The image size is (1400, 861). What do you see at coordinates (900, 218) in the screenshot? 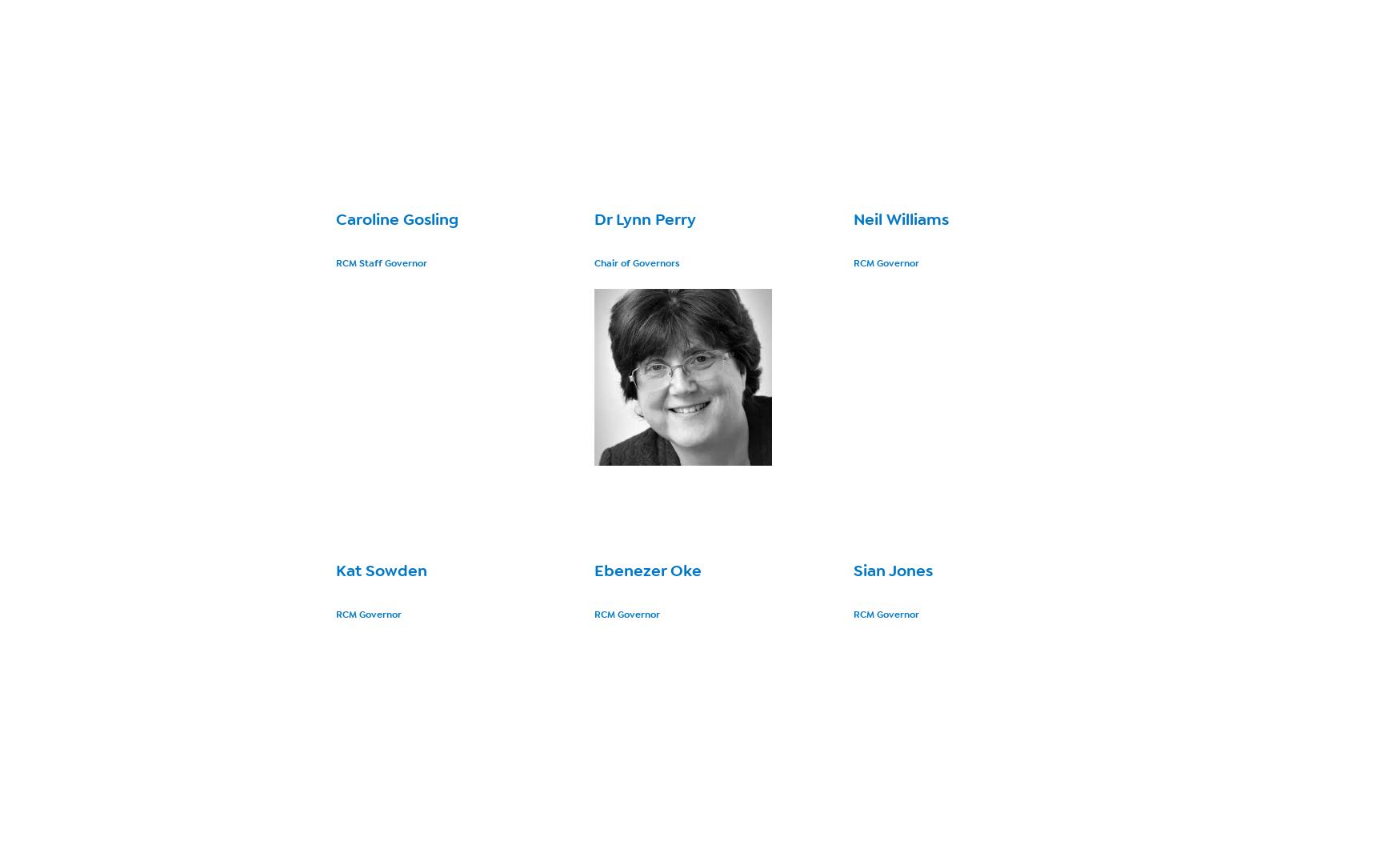
I see `'Neil Williams'` at bounding box center [900, 218].